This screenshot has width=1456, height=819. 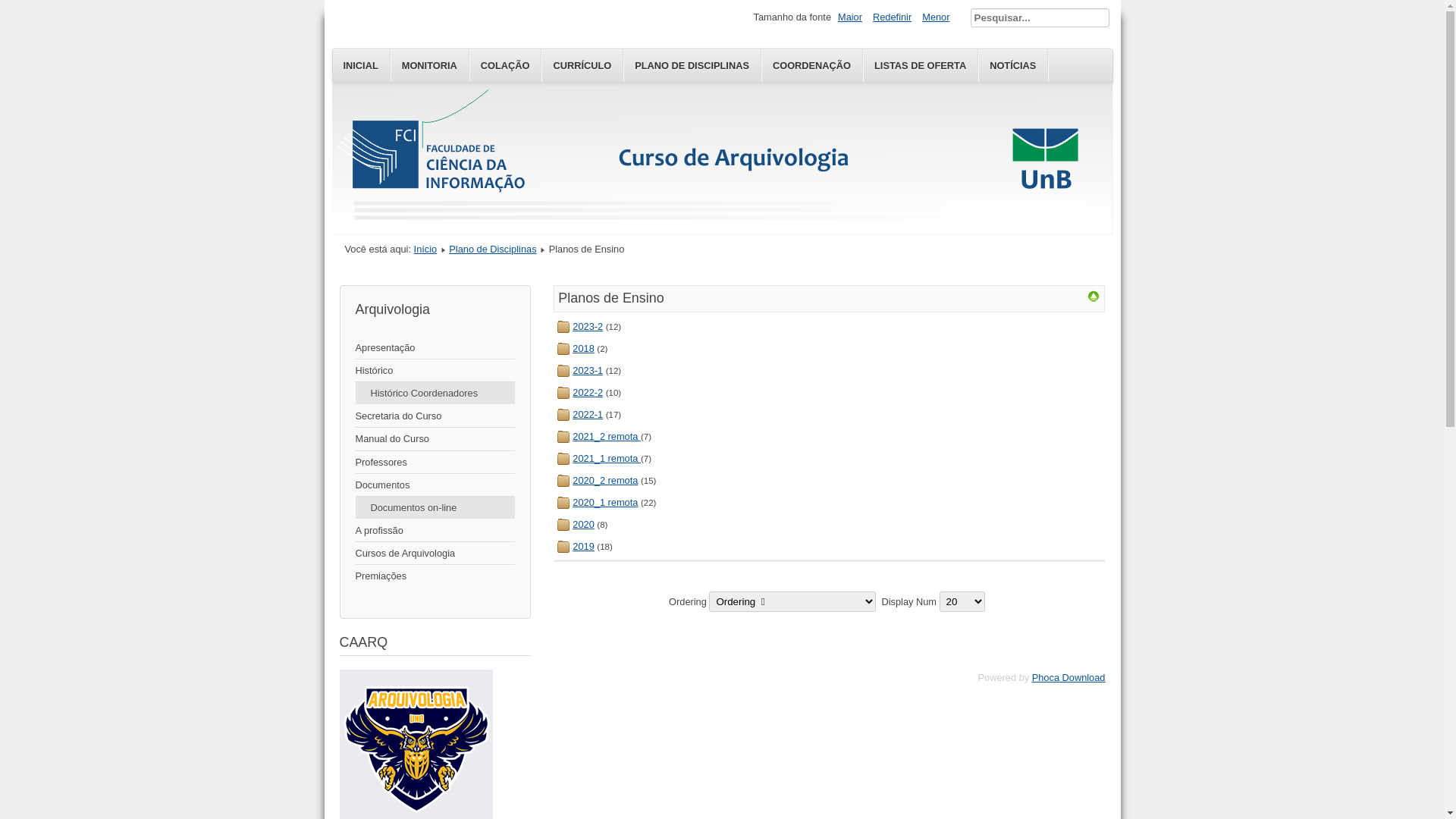 What do you see at coordinates (1031, 676) in the screenshot?
I see `'Phoca Download'` at bounding box center [1031, 676].